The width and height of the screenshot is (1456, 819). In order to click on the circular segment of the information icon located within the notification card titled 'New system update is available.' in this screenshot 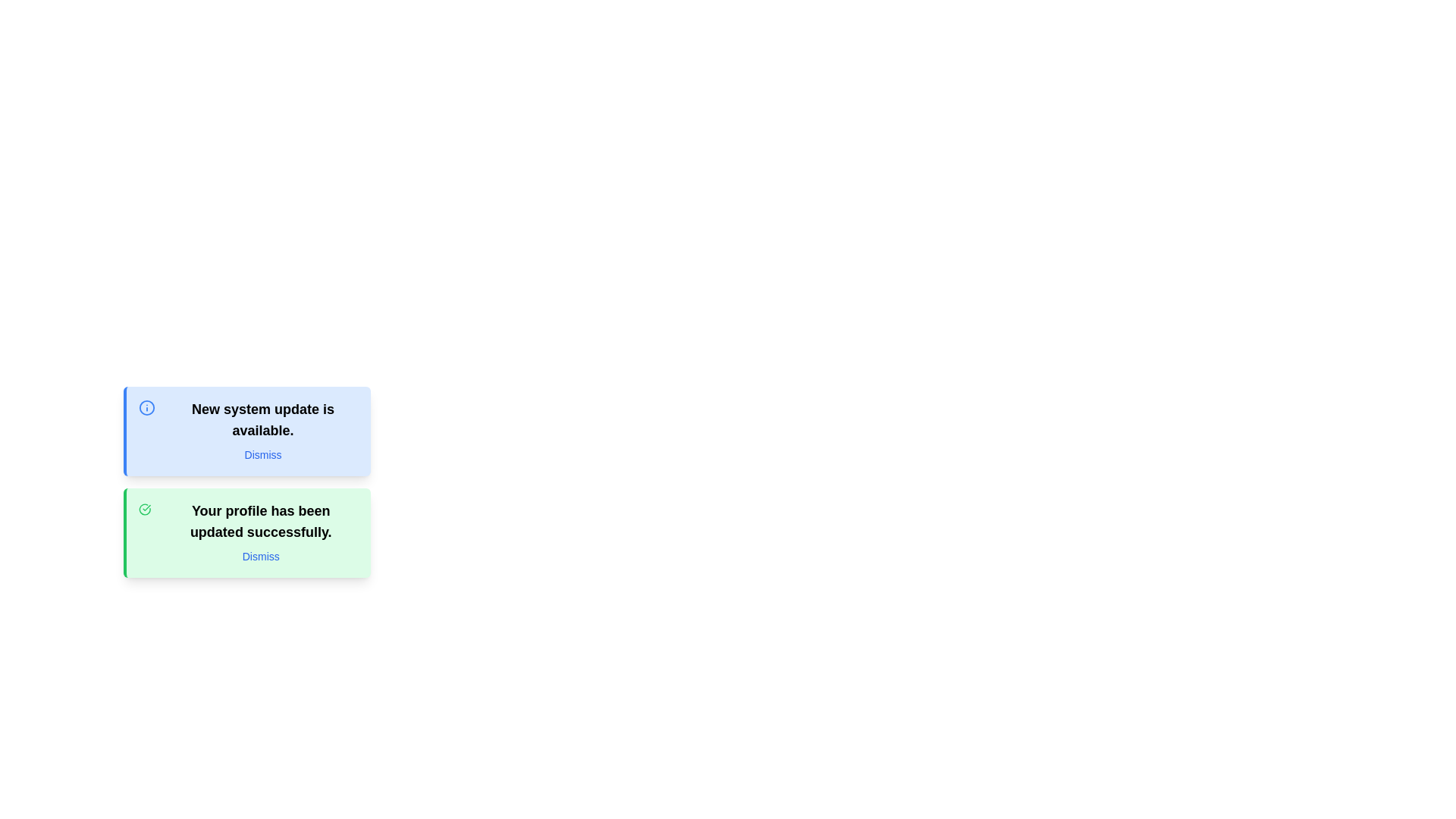, I will do `click(147, 406)`.